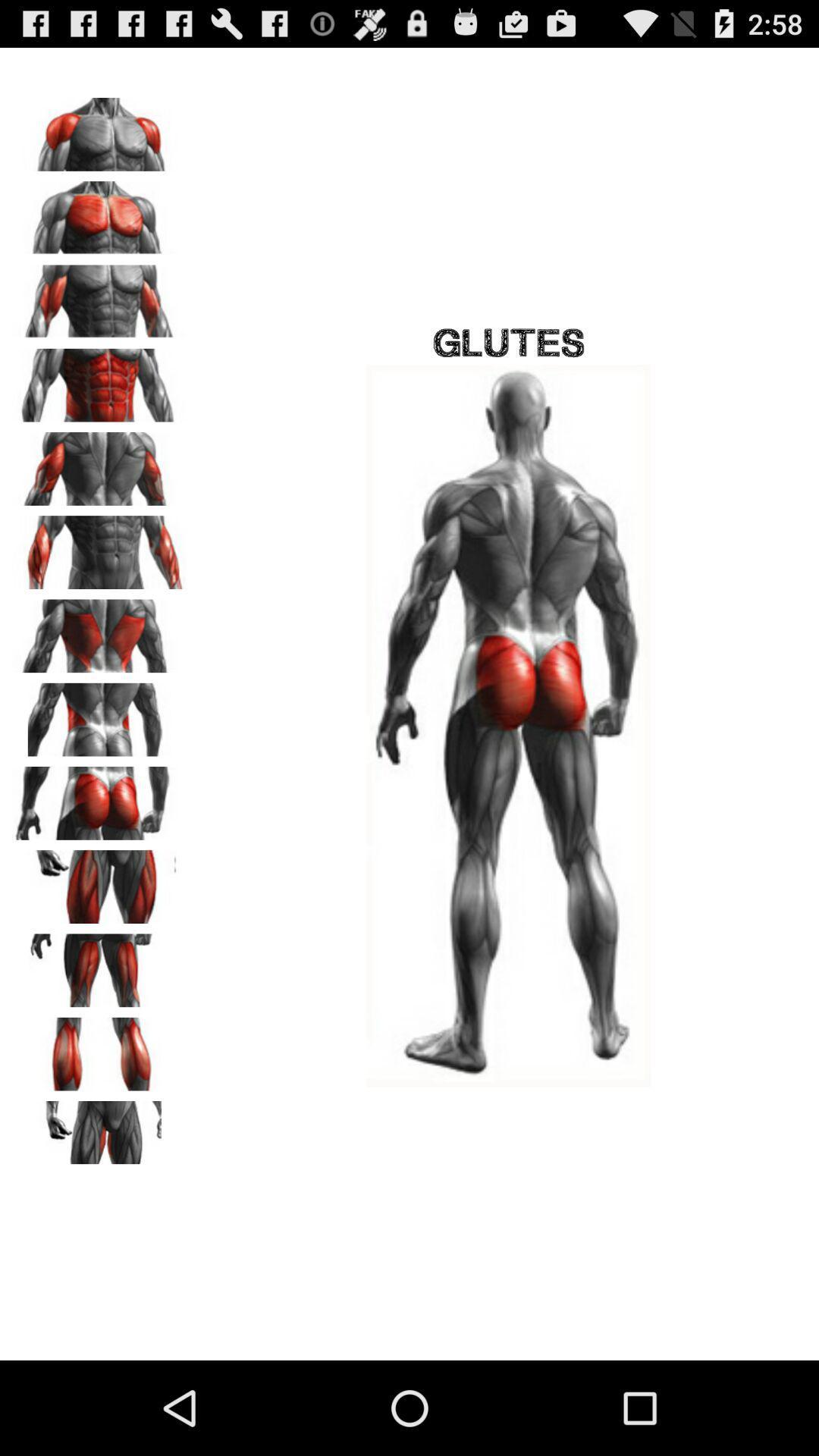 The height and width of the screenshot is (1456, 819). I want to click on open the second image, so click(99, 212).